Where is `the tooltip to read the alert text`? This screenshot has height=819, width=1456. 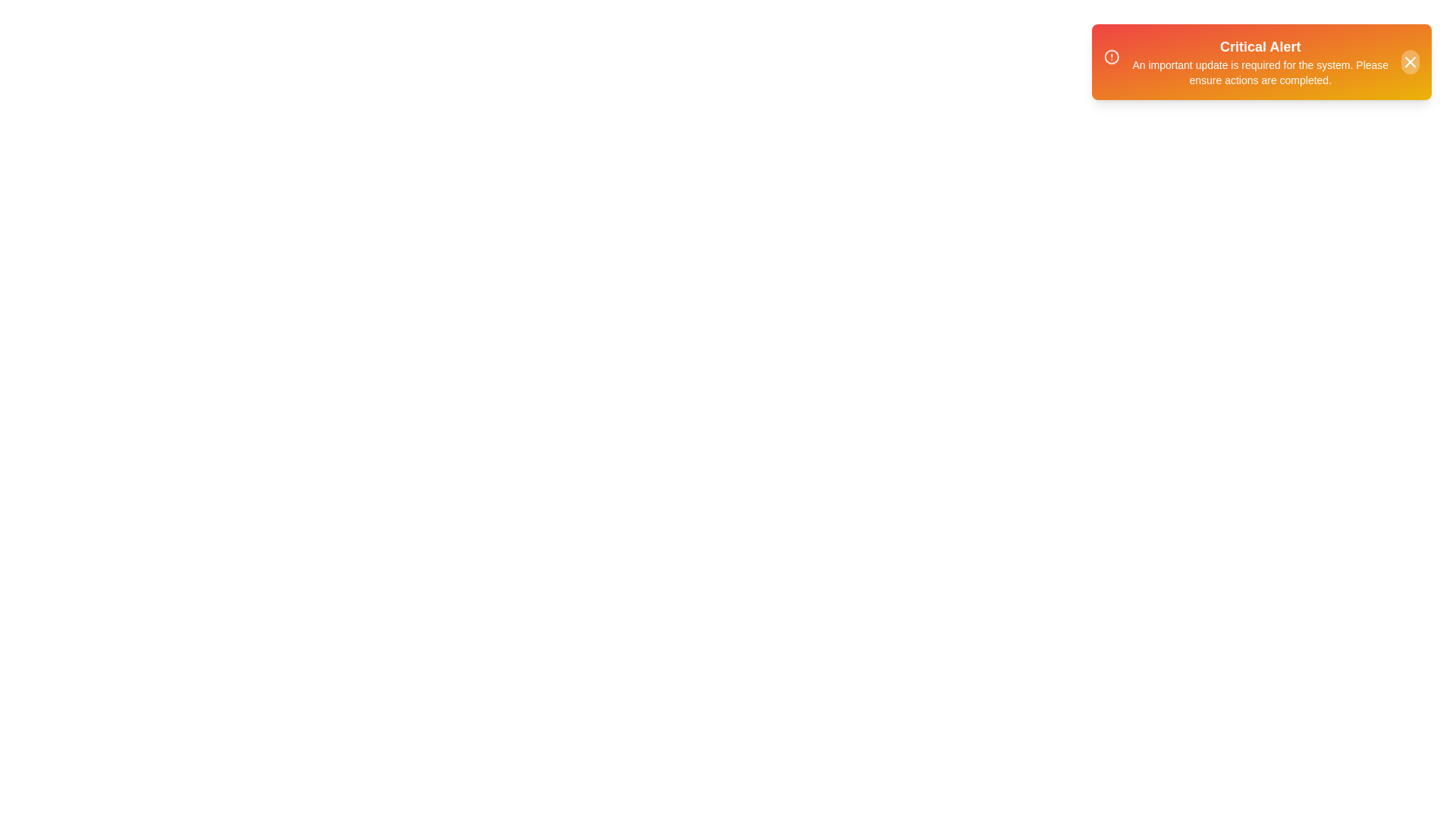 the tooltip to read the alert text is located at coordinates (1262, 61).